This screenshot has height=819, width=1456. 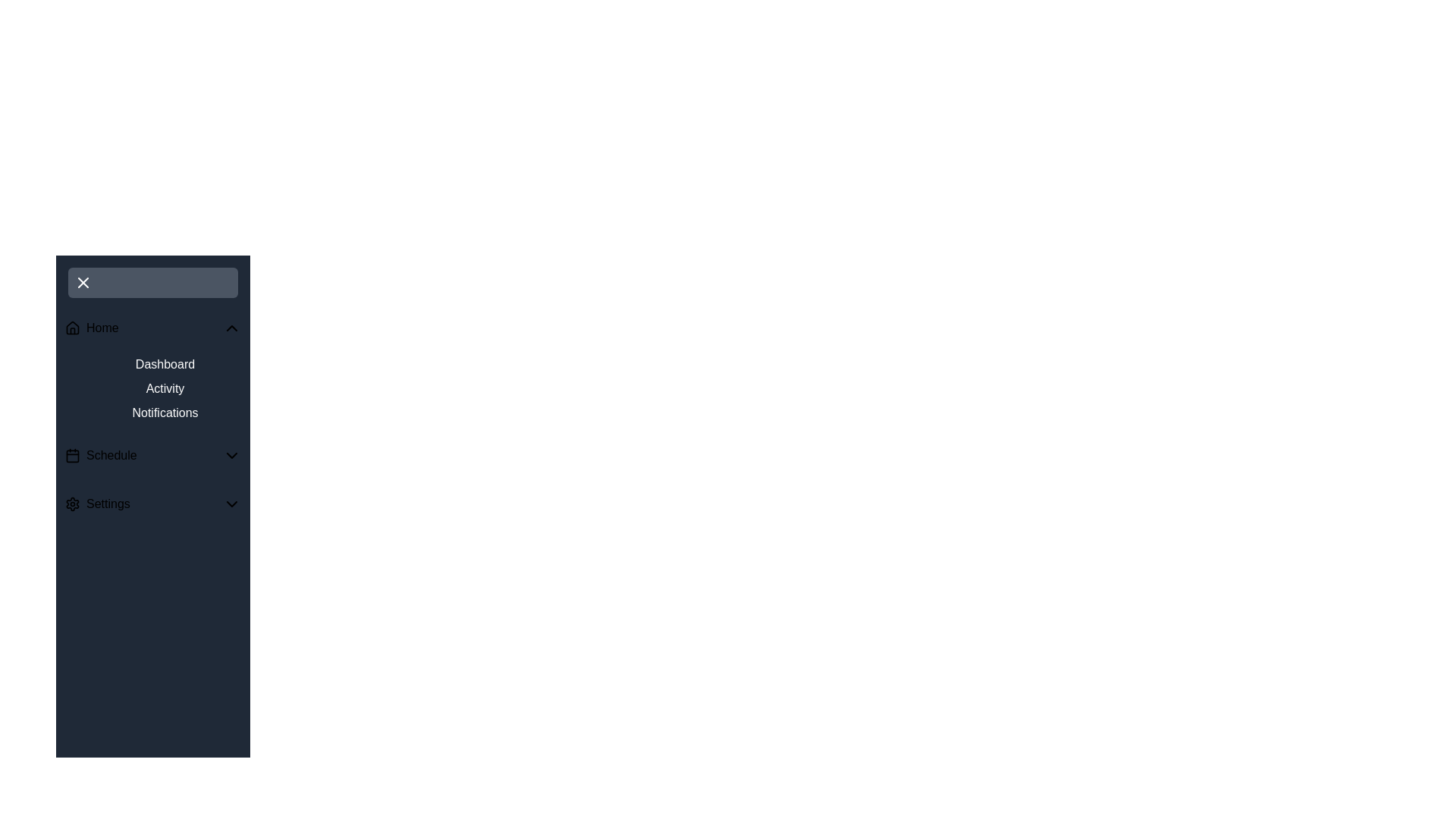 I want to click on the second menu item in the vertical navigation menu, so click(x=152, y=455).